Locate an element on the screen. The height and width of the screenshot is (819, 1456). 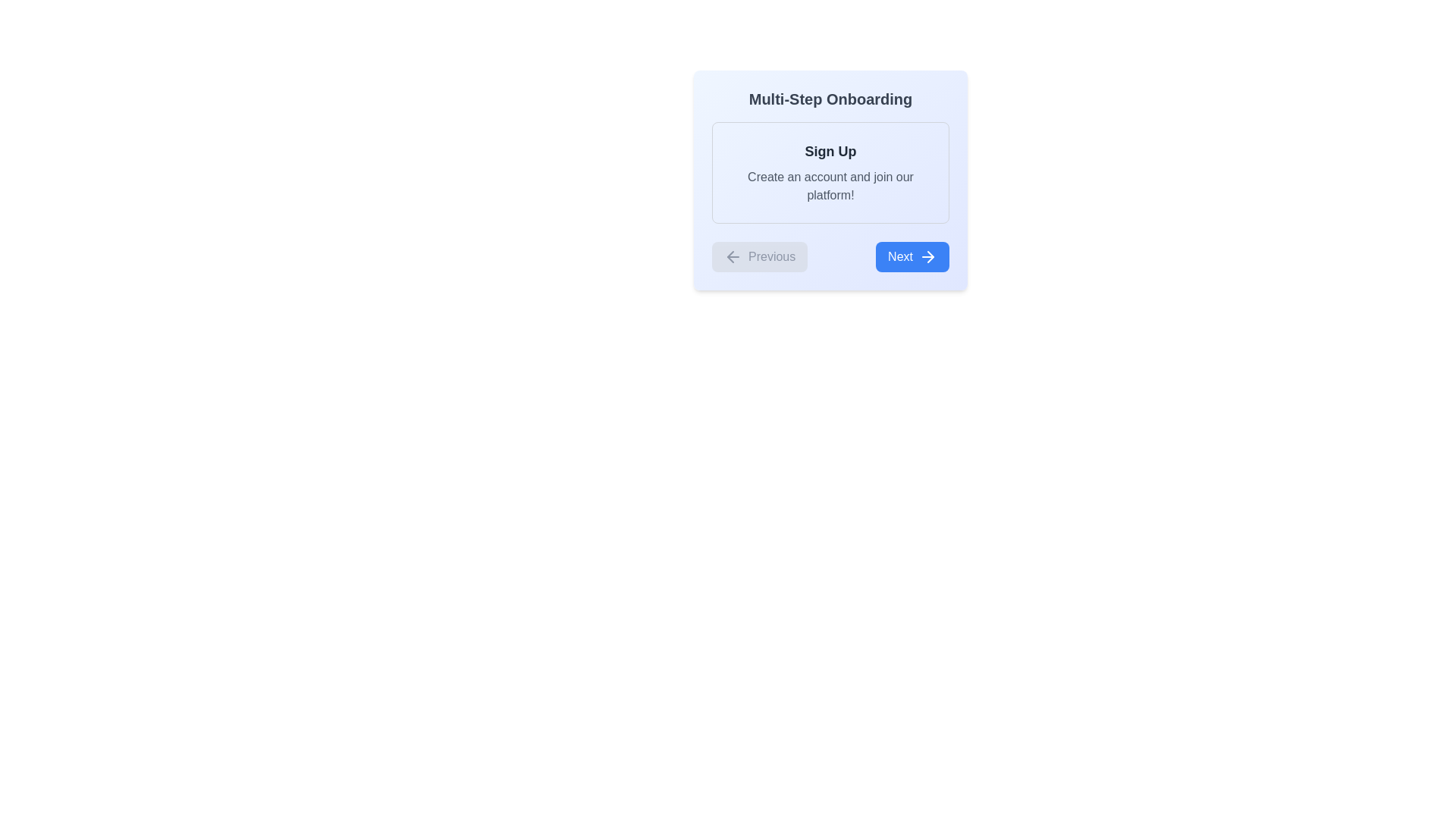
the leftward-facing arrow icon within the 'Previous' button is located at coordinates (733, 256).